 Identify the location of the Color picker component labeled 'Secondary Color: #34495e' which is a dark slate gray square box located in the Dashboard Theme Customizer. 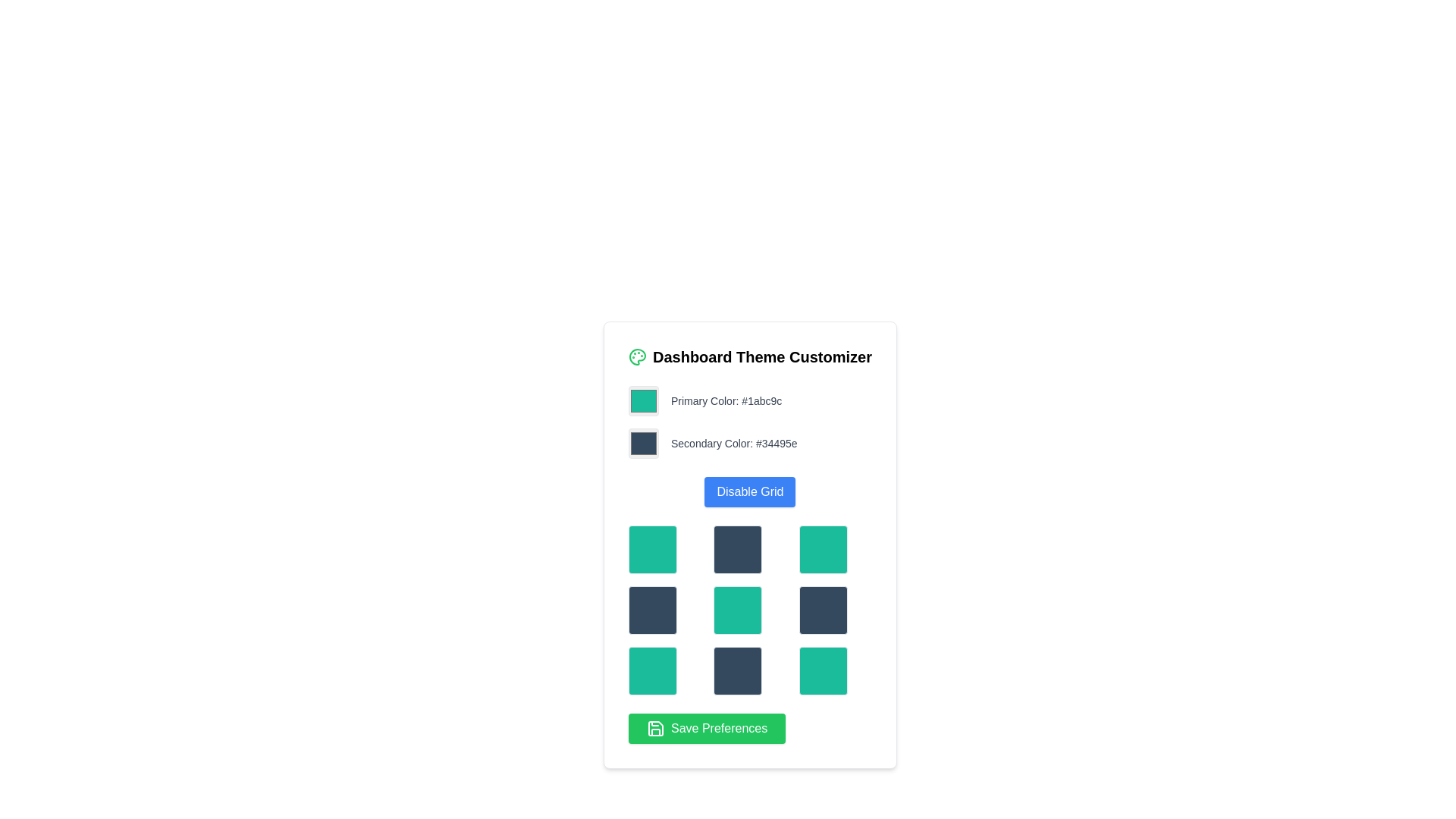
(750, 444).